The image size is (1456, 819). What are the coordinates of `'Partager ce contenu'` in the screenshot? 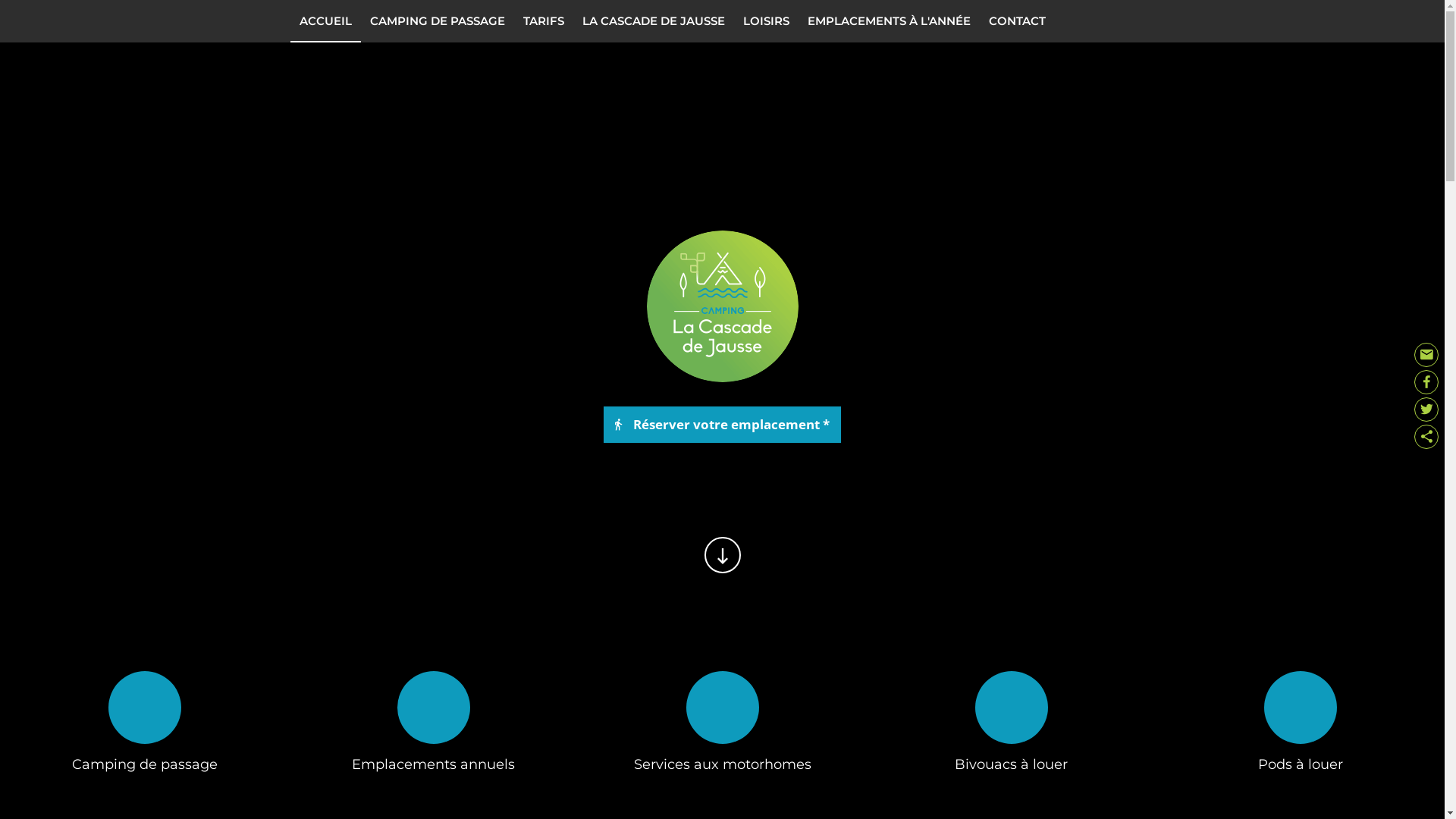 It's located at (1426, 436).